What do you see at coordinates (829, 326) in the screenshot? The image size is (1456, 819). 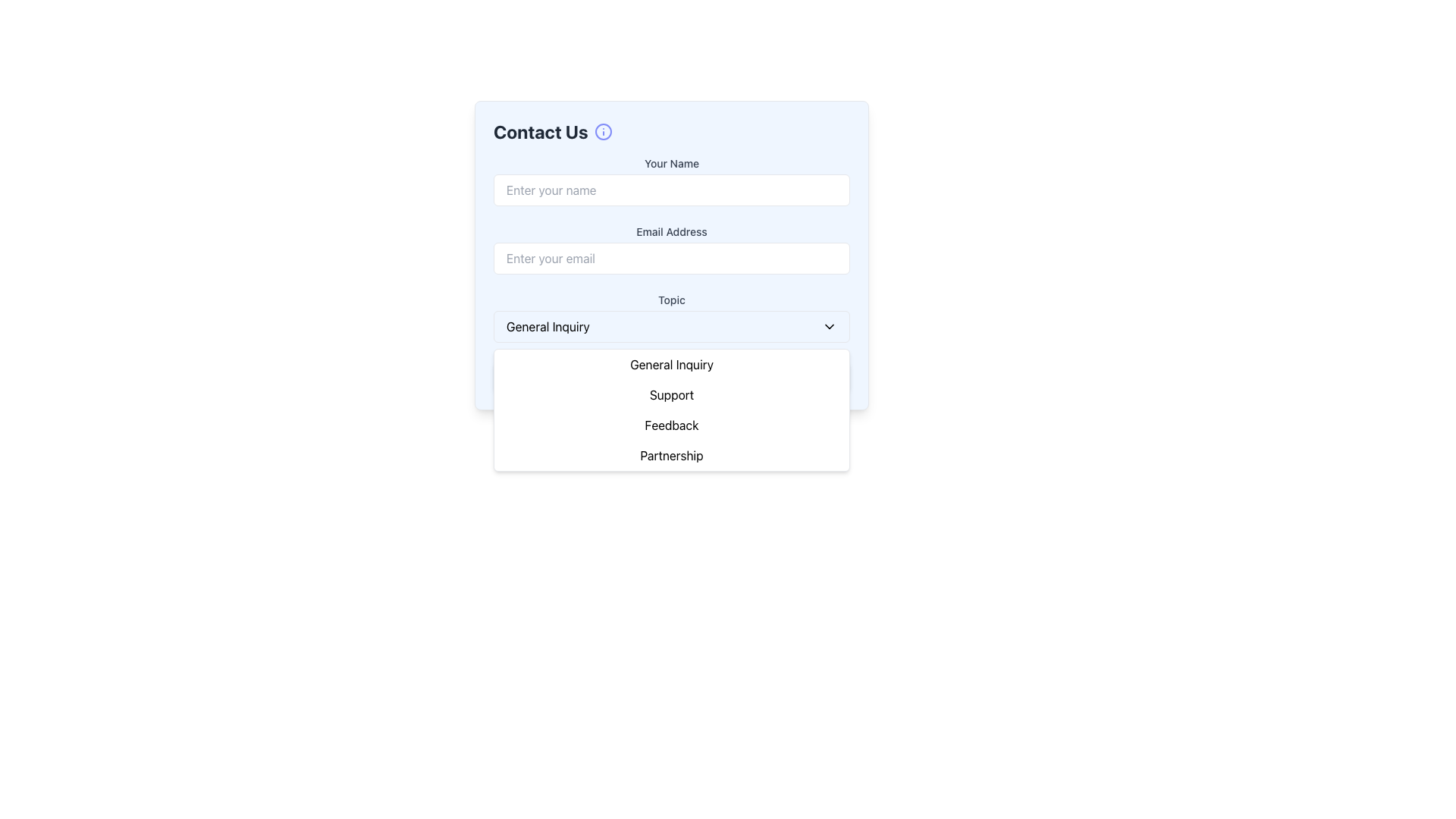 I see `the downward arrow icon inside the 'General Inquiry' button` at bounding box center [829, 326].